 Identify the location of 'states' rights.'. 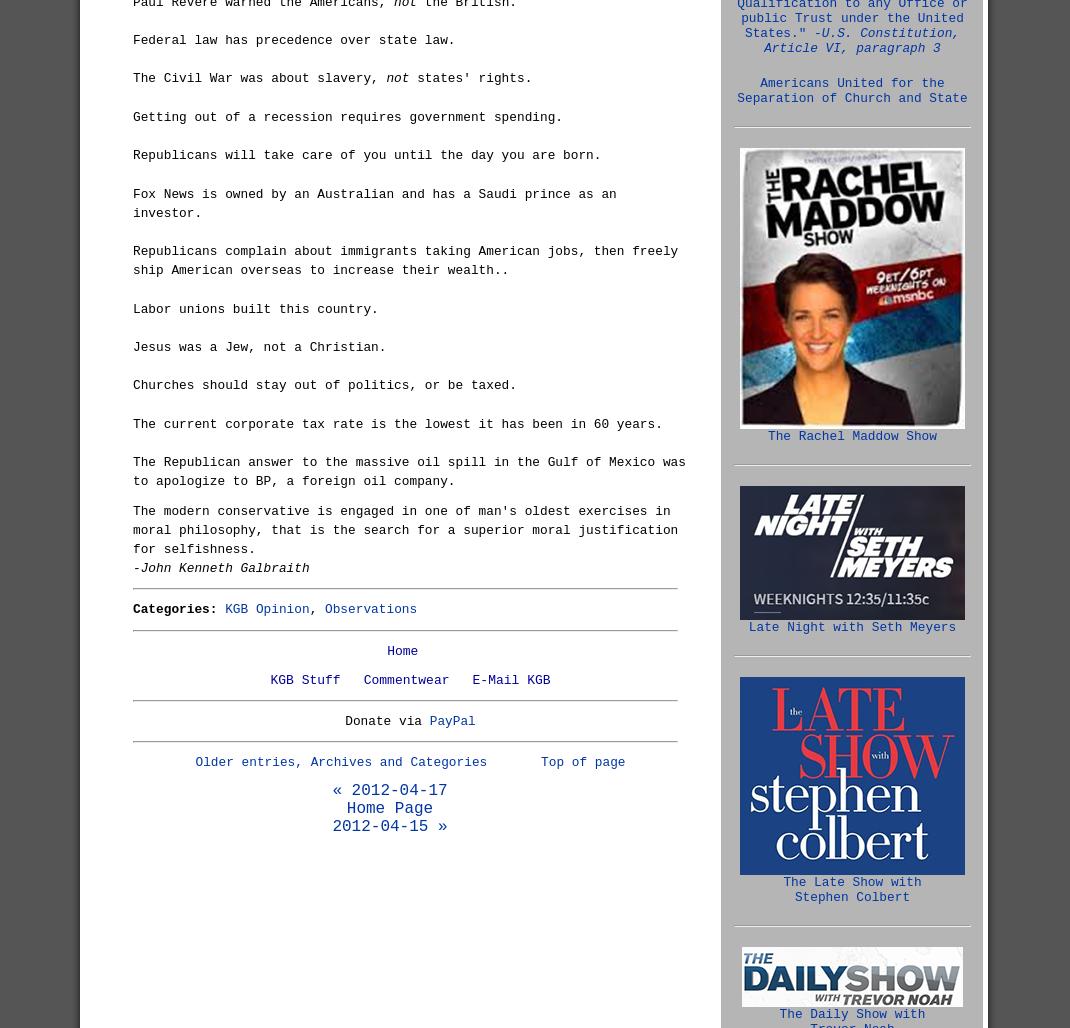
(470, 77).